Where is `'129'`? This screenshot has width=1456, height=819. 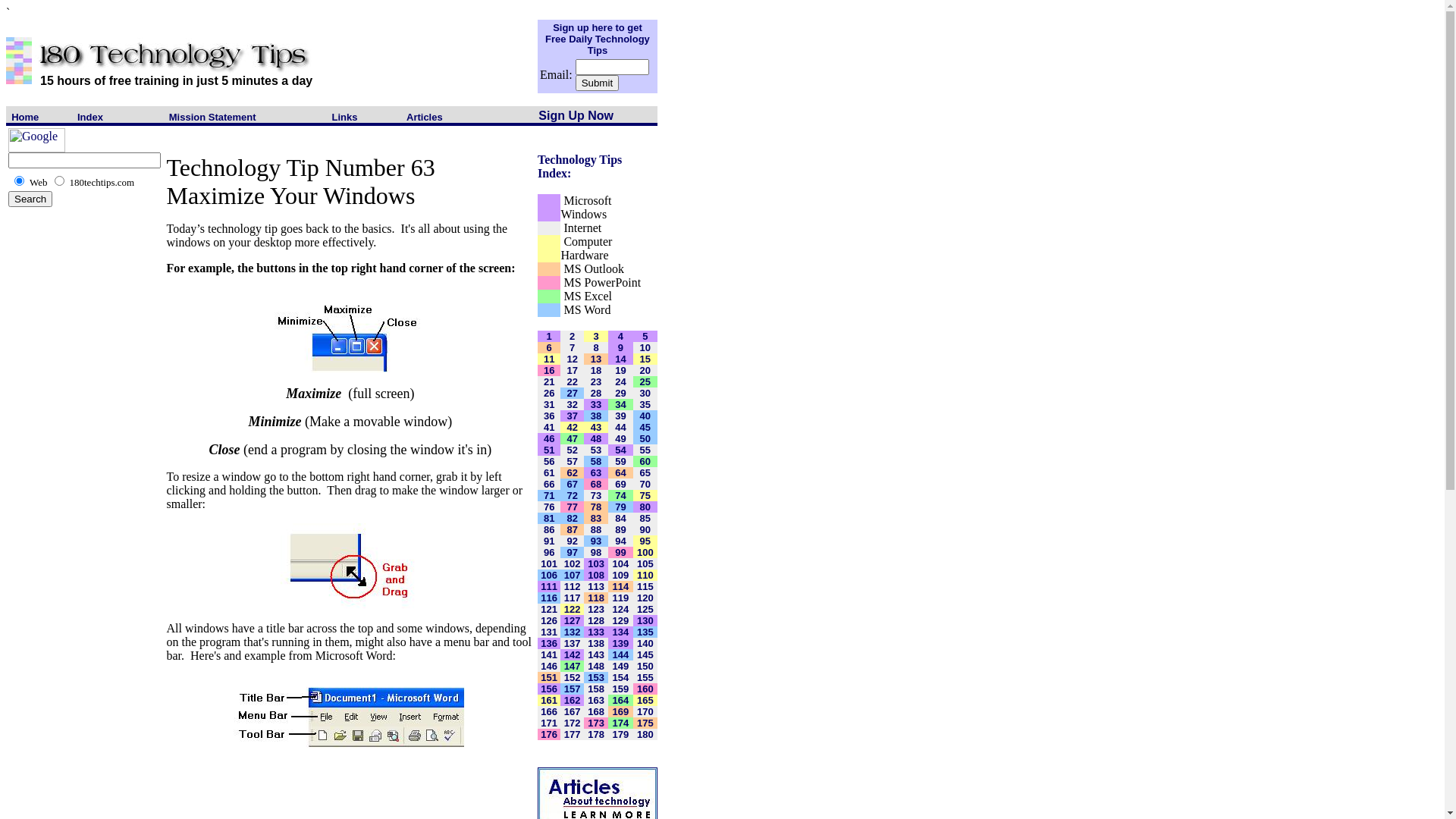
'129' is located at coordinates (621, 620).